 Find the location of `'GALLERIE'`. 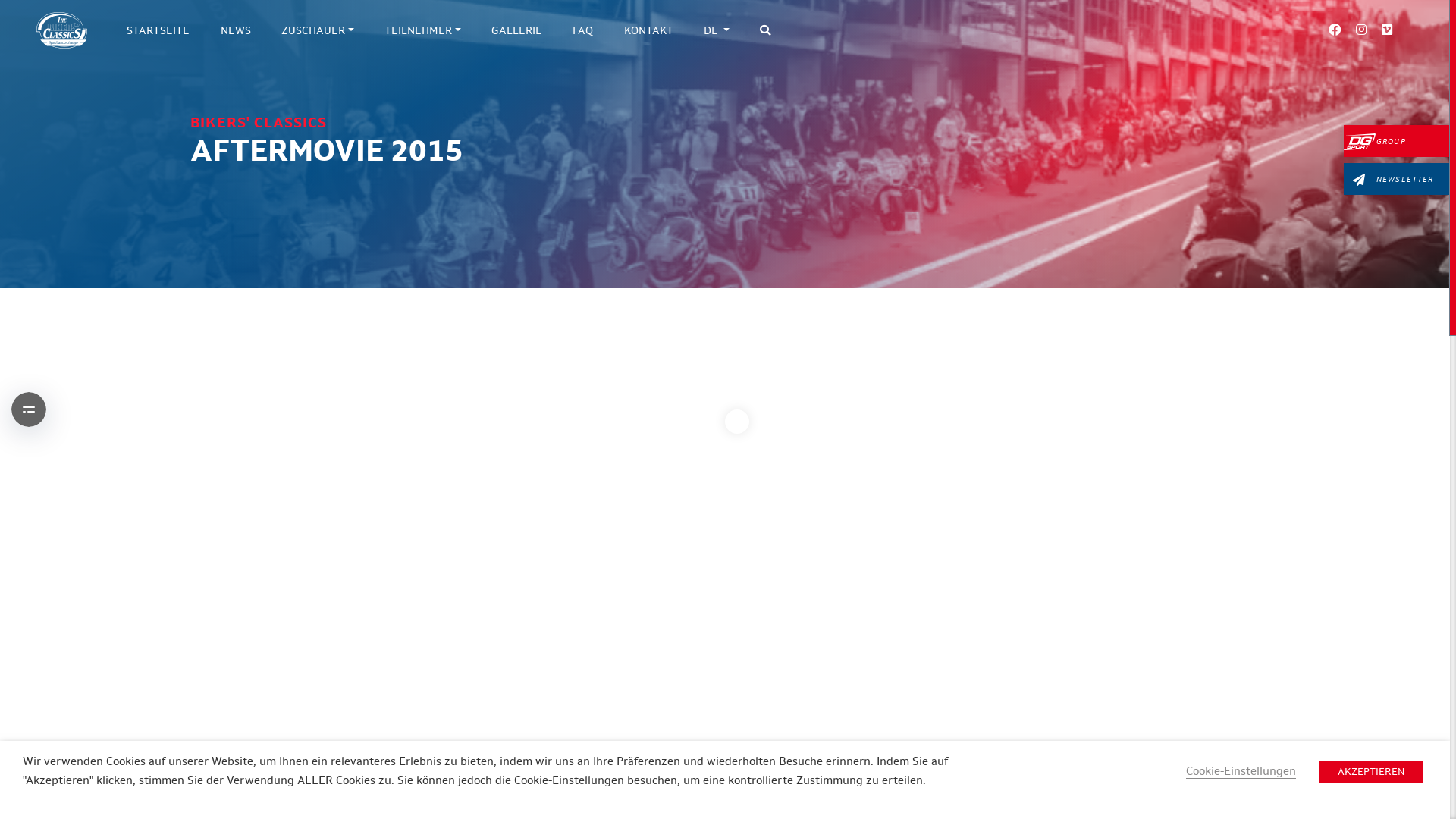

'GALLERIE' is located at coordinates (516, 30).